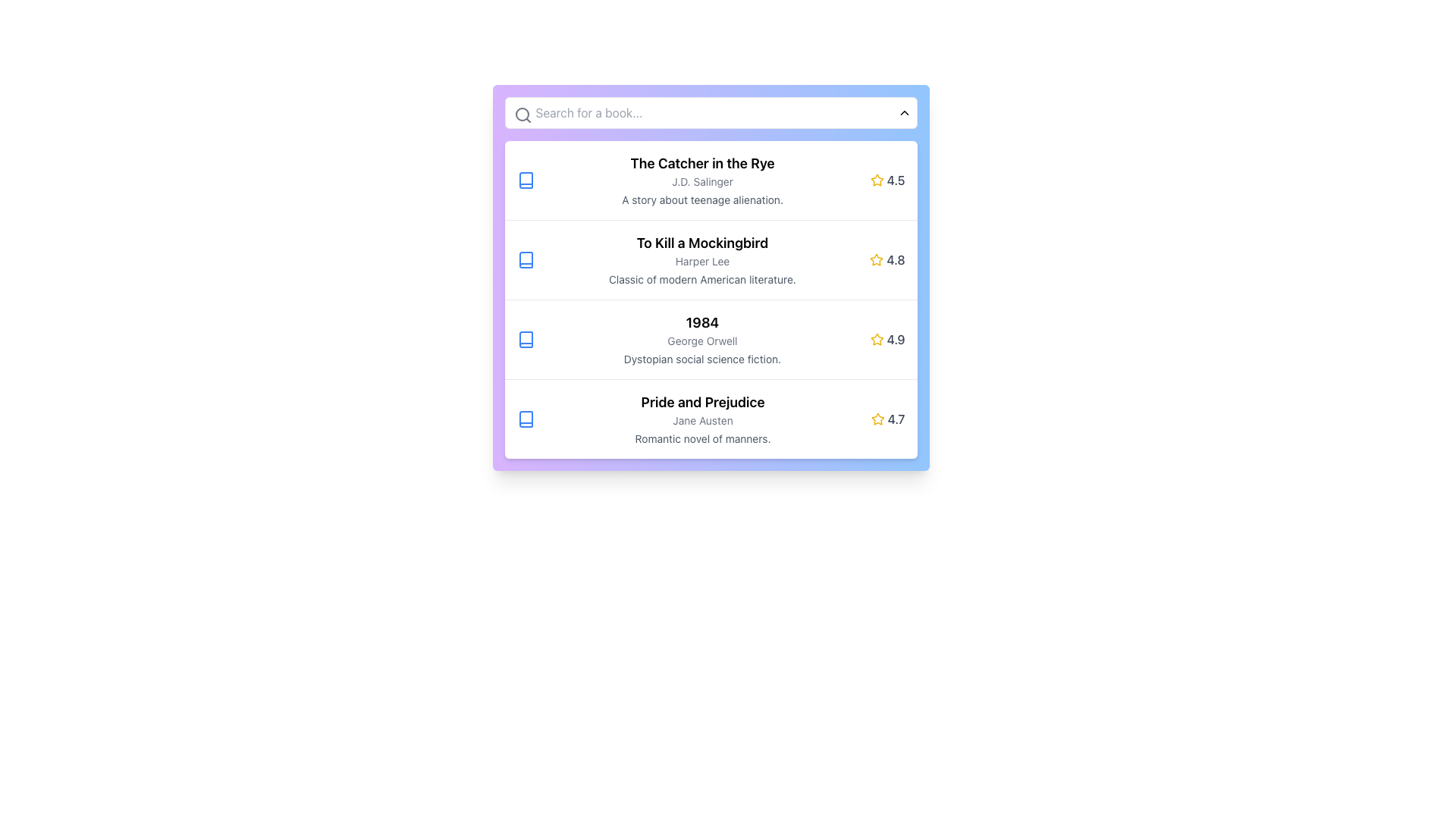  Describe the element at coordinates (701, 199) in the screenshot. I see `the plain text snippet reading 'A story about teenage alienation.' located under the title 'The Catcher in the Rye' and the author 'J.D. Salinger.'` at that location.